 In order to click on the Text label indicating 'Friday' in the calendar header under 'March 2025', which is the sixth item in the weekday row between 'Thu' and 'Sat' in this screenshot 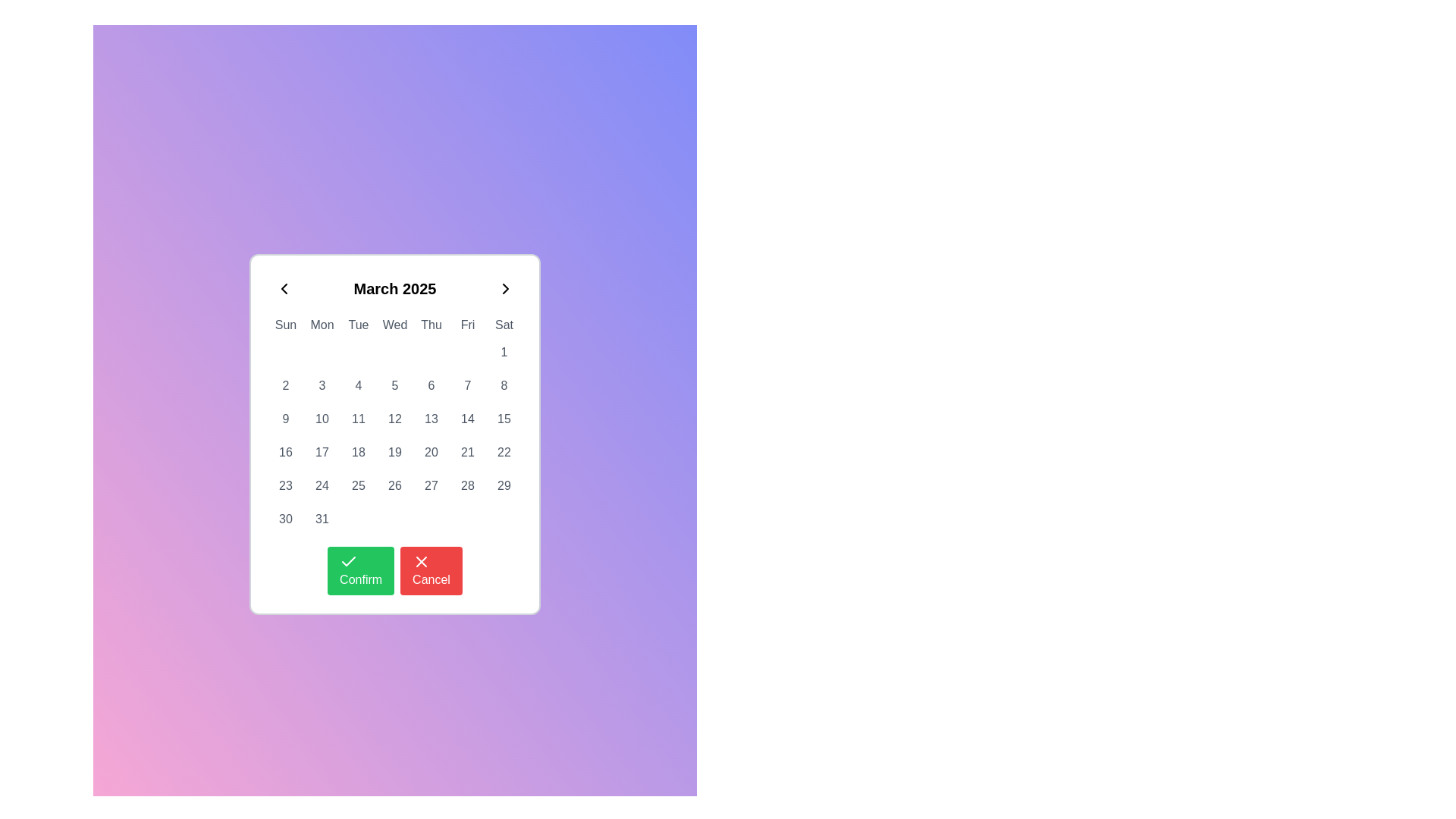, I will do `click(467, 324)`.